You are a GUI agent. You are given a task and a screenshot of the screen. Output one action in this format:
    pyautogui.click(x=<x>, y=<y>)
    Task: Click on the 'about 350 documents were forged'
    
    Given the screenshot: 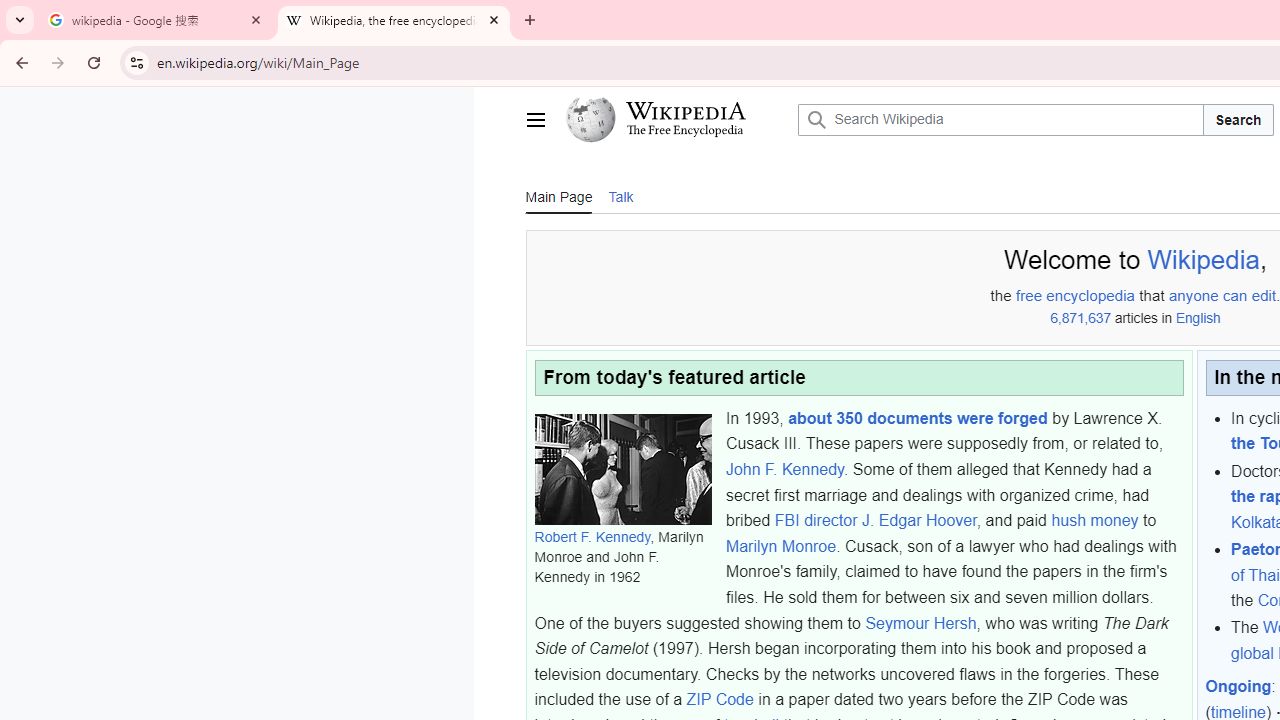 What is the action you would take?
    pyautogui.click(x=917, y=416)
    